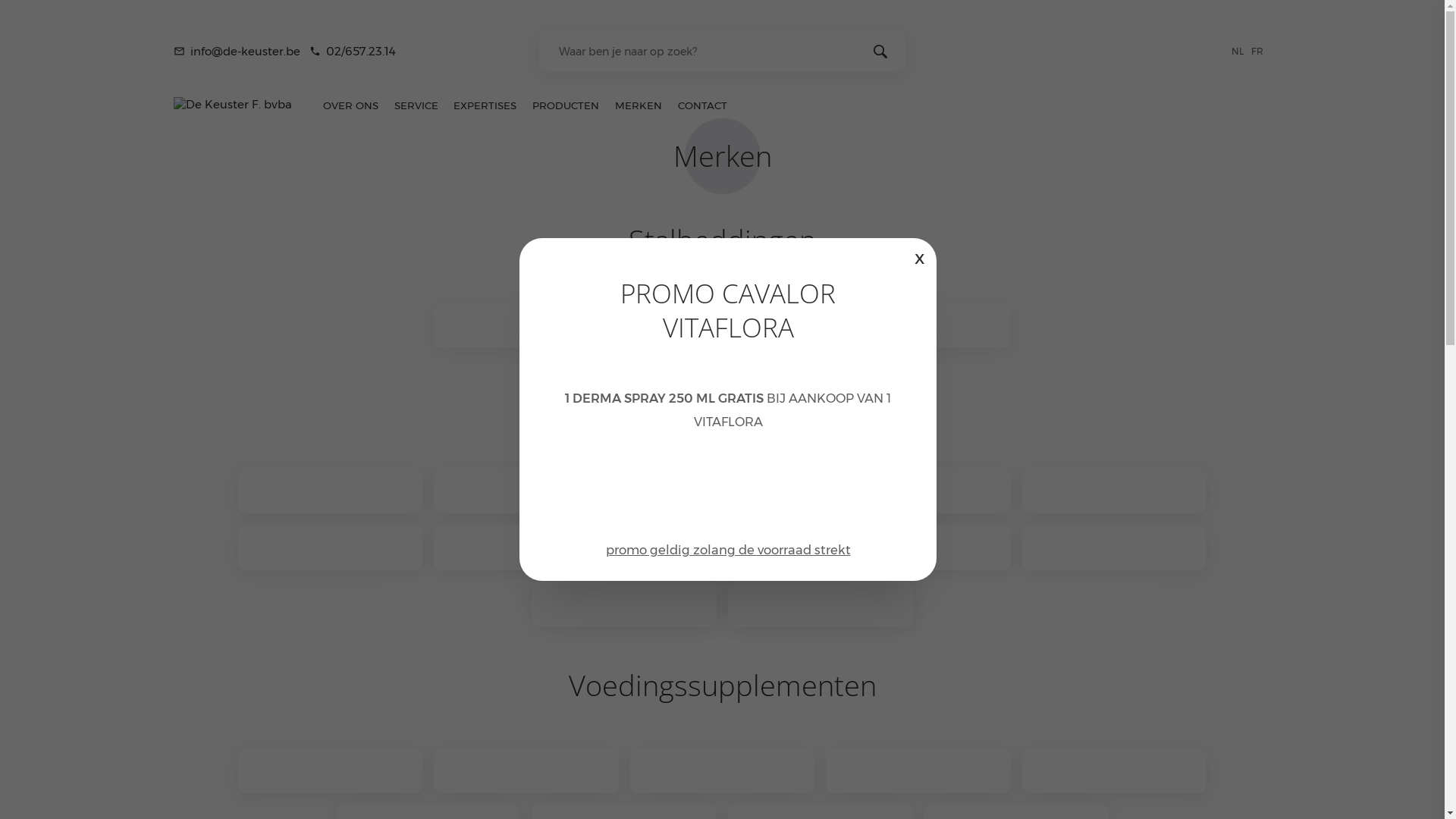 The height and width of the screenshot is (819, 1456). Describe the element at coordinates (174, 103) in the screenshot. I see `'De Keuster F. bvba'` at that location.